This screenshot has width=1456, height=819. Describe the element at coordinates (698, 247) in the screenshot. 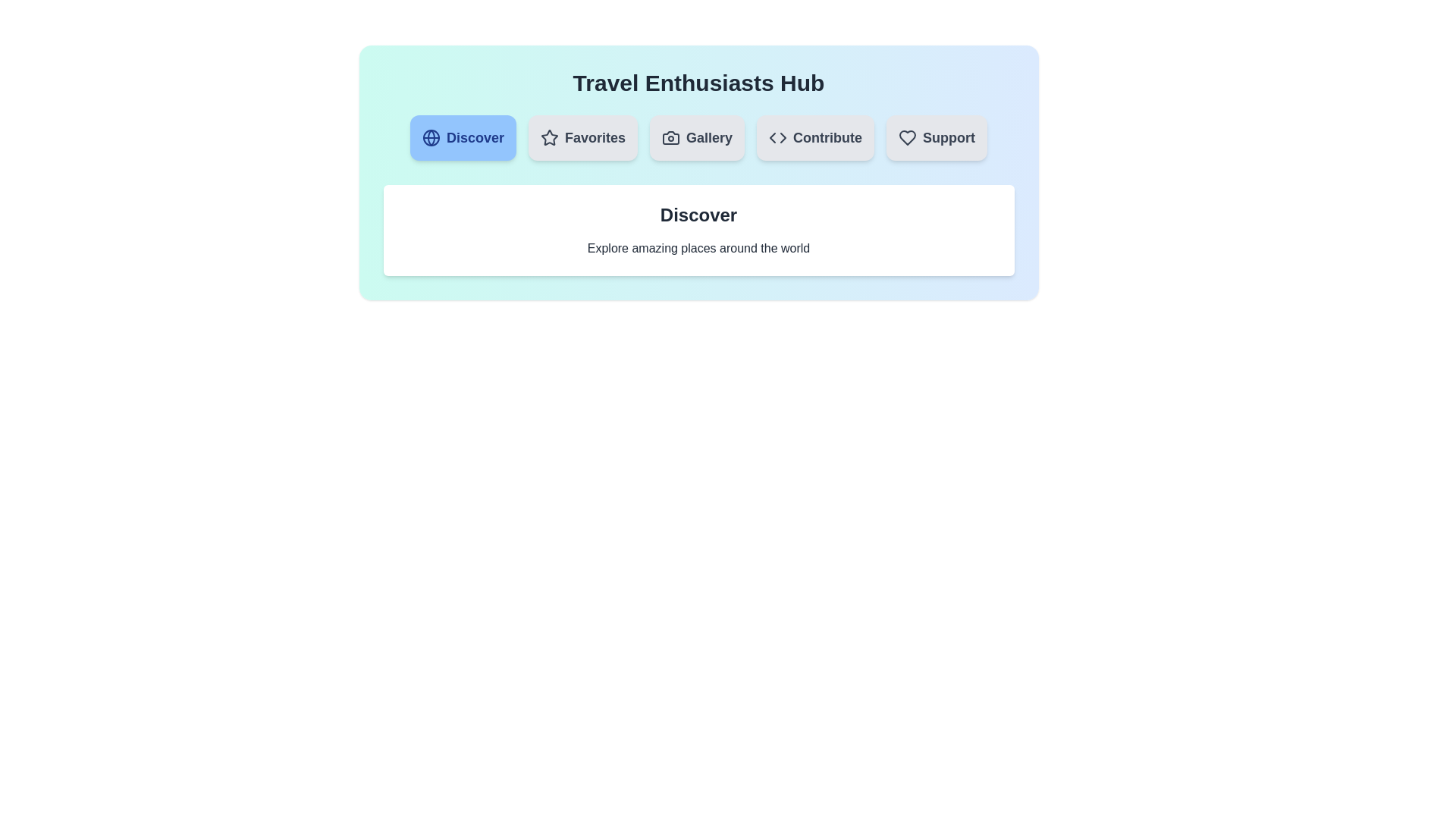

I see `descriptive subtitle text located just below the 'Discover' heading, which provides an engaging preview of the content in the 'Discover' section` at that location.